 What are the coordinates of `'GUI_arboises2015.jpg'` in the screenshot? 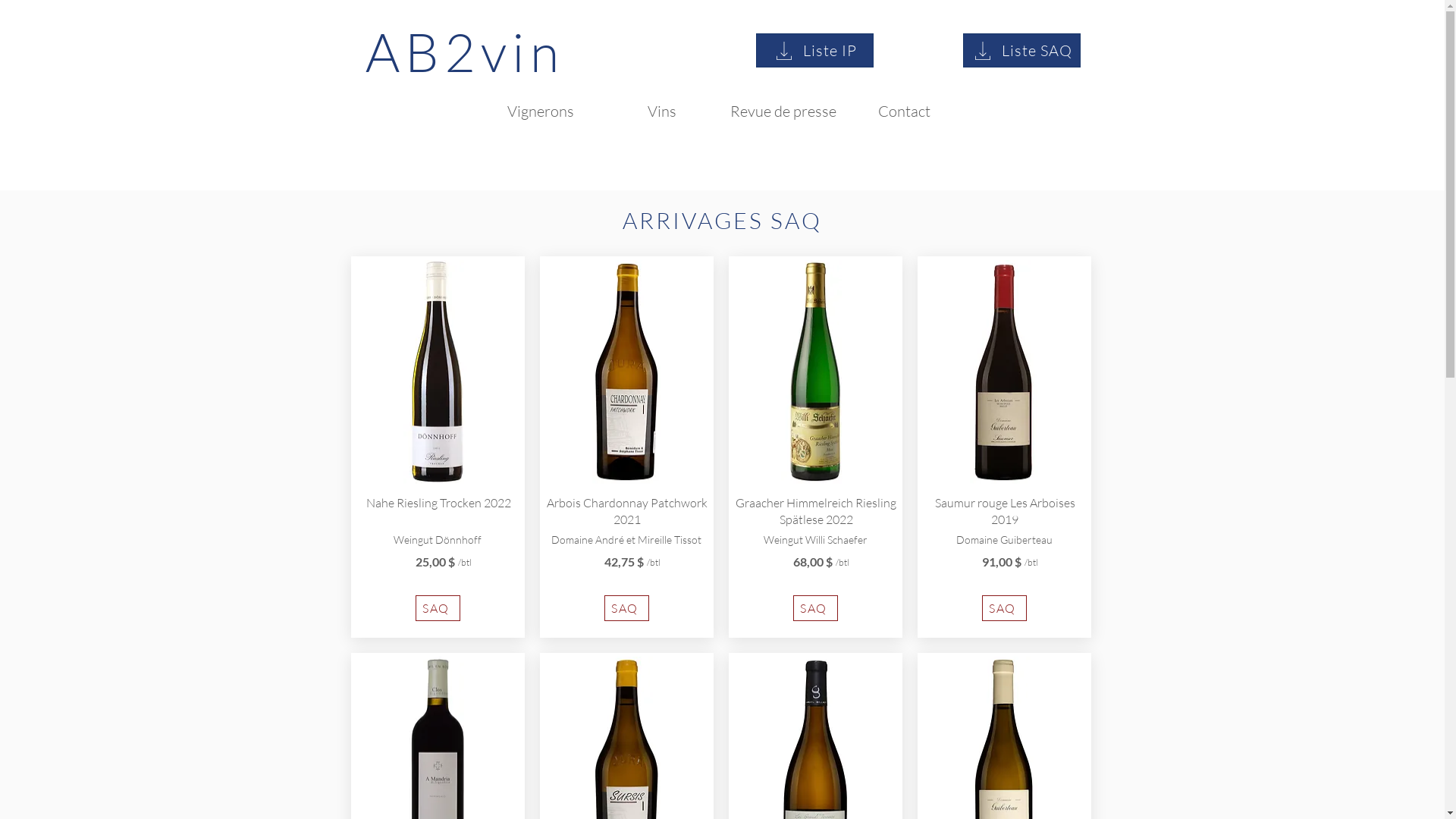 It's located at (1003, 372).